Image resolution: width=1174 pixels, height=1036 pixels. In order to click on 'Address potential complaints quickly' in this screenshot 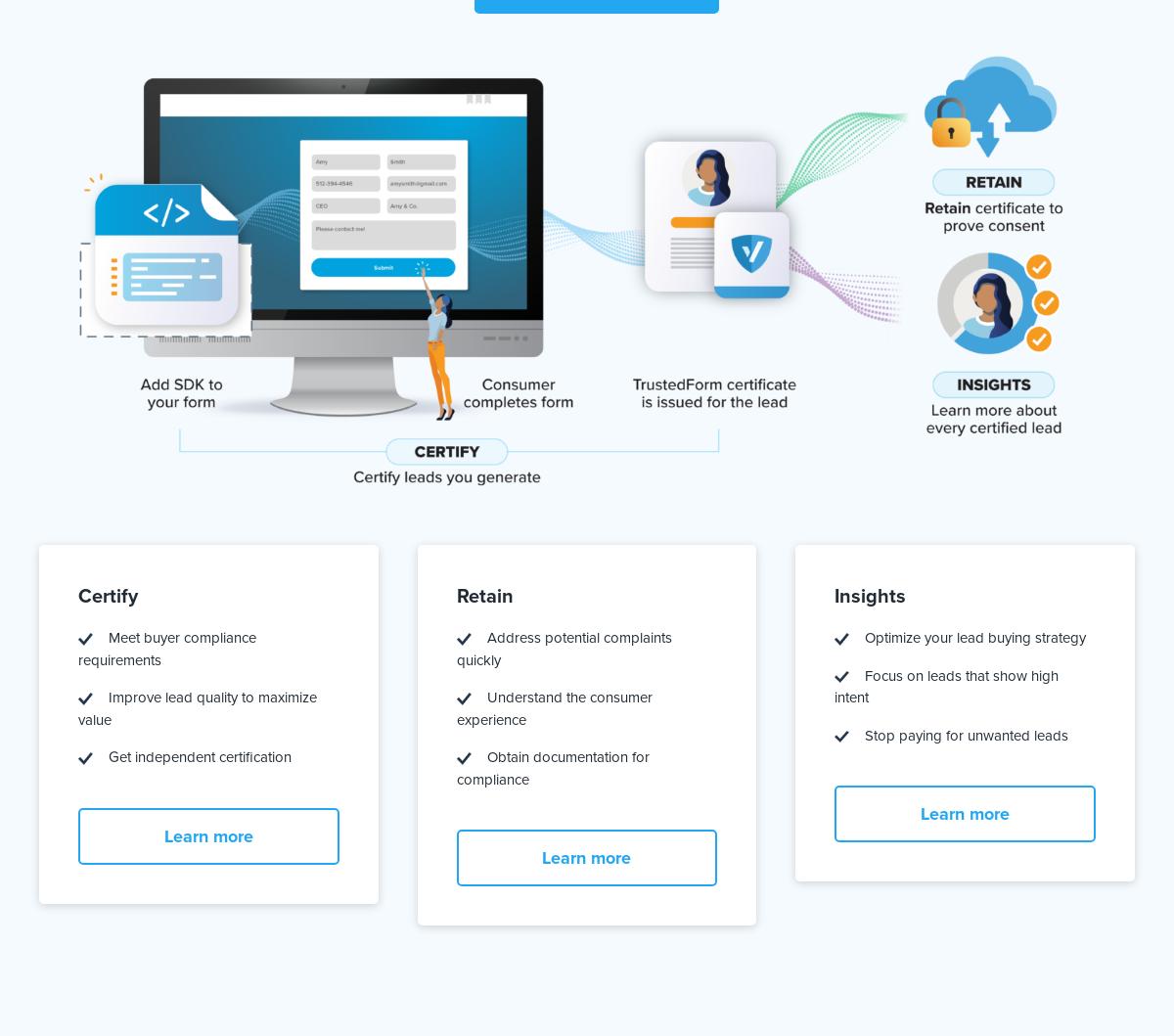, I will do `click(563, 649)`.